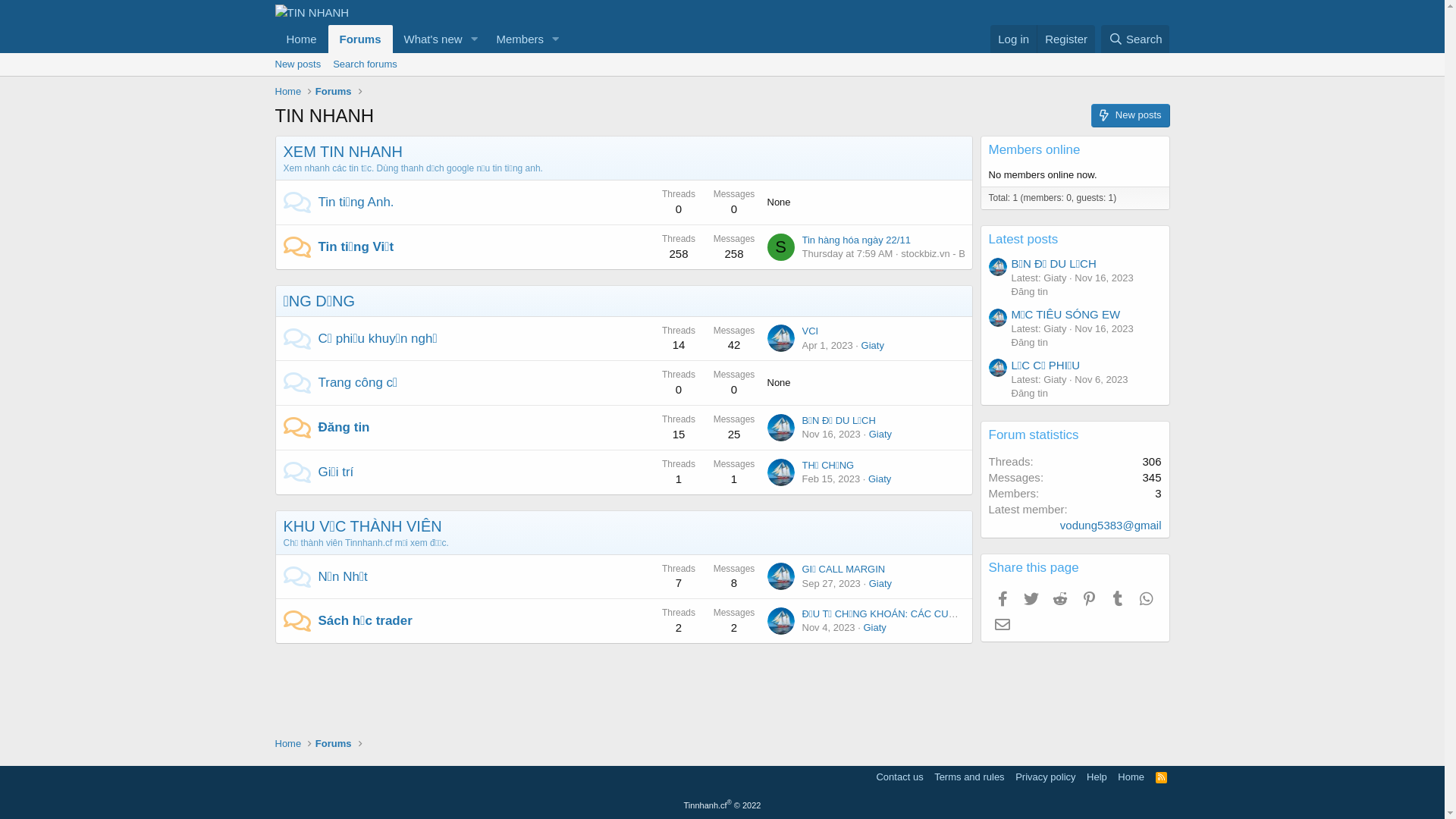 The height and width of the screenshot is (819, 1456). What do you see at coordinates (968, 777) in the screenshot?
I see `'Terms and rules'` at bounding box center [968, 777].